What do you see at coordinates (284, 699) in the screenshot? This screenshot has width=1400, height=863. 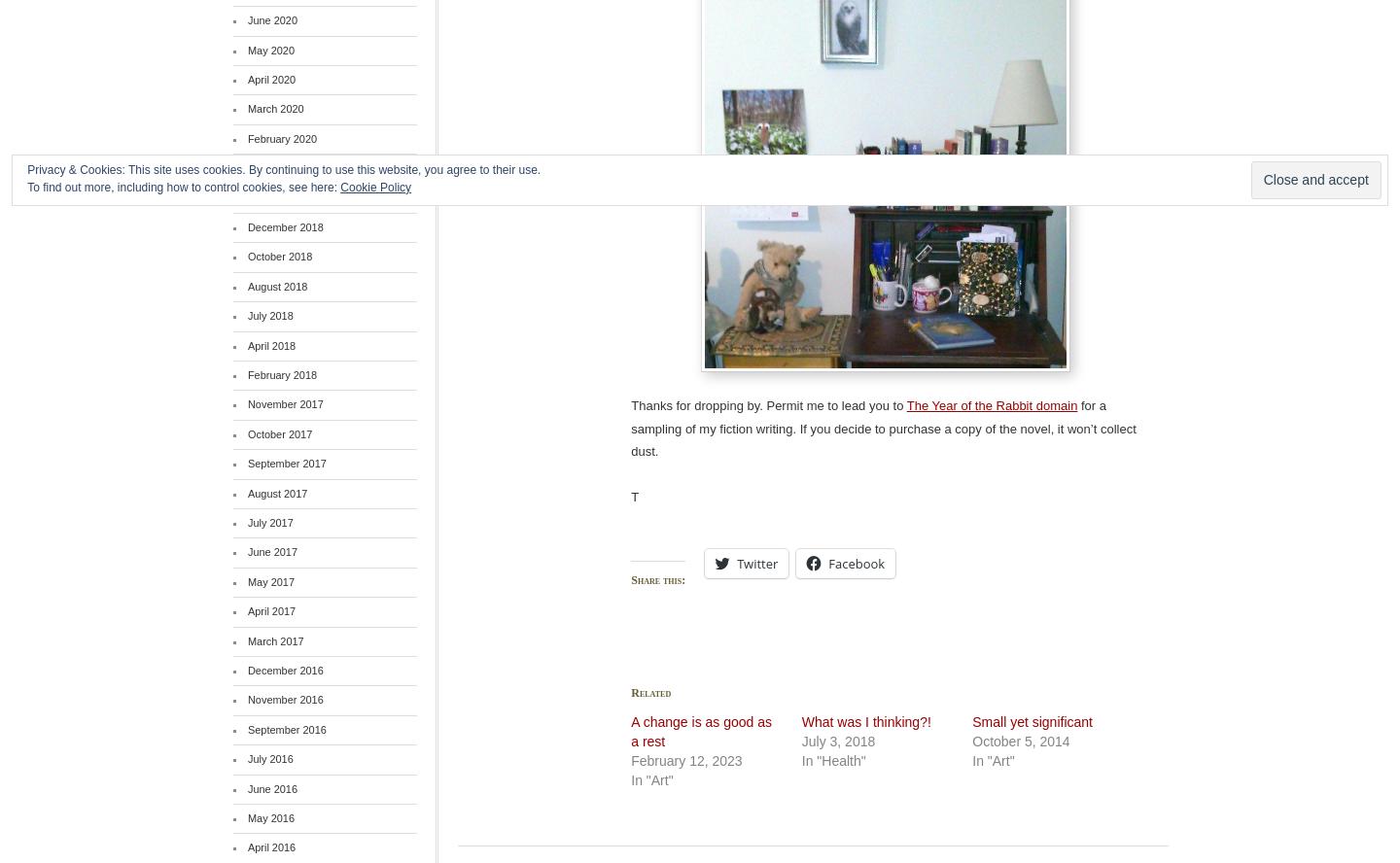 I see `'November 2016'` at bounding box center [284, 699].